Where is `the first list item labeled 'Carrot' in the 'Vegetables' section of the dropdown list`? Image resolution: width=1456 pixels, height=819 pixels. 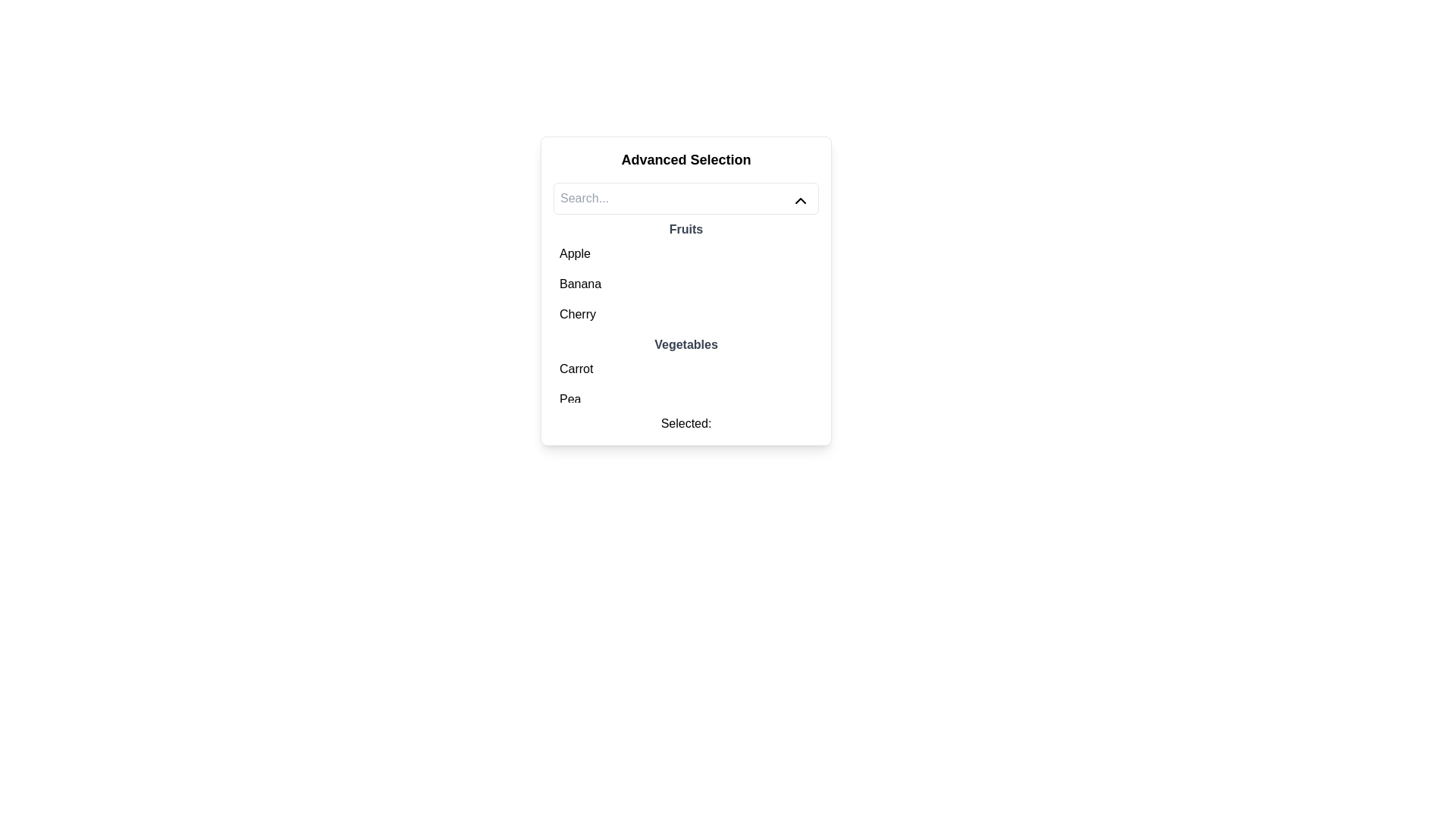 the first list item labeled 'Carrot' in the 'Vegetables' section of the dropdown list is located at coordinates (686, 369).